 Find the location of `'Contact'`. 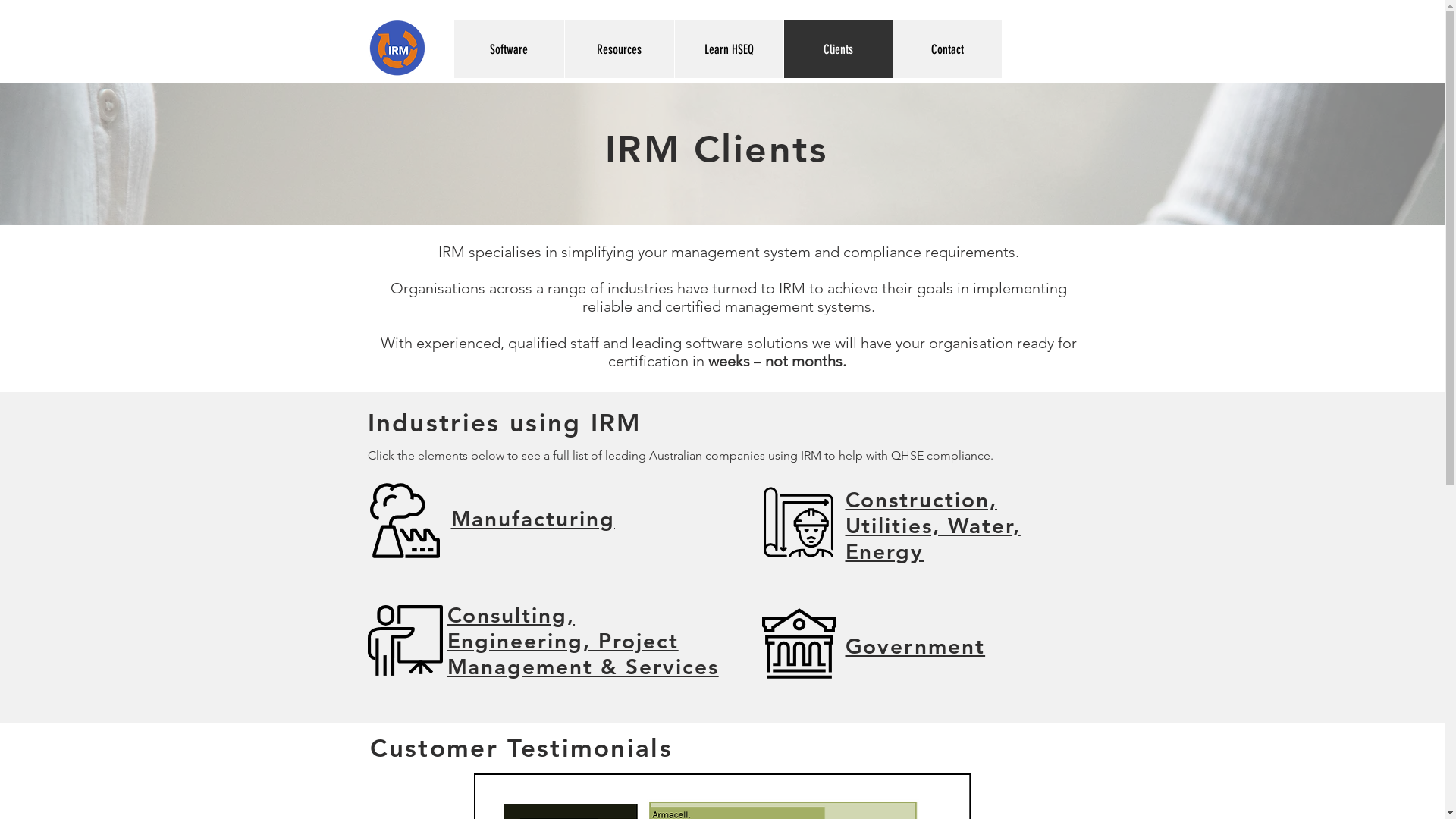

'Contact' is located at coordinates (946, 49).